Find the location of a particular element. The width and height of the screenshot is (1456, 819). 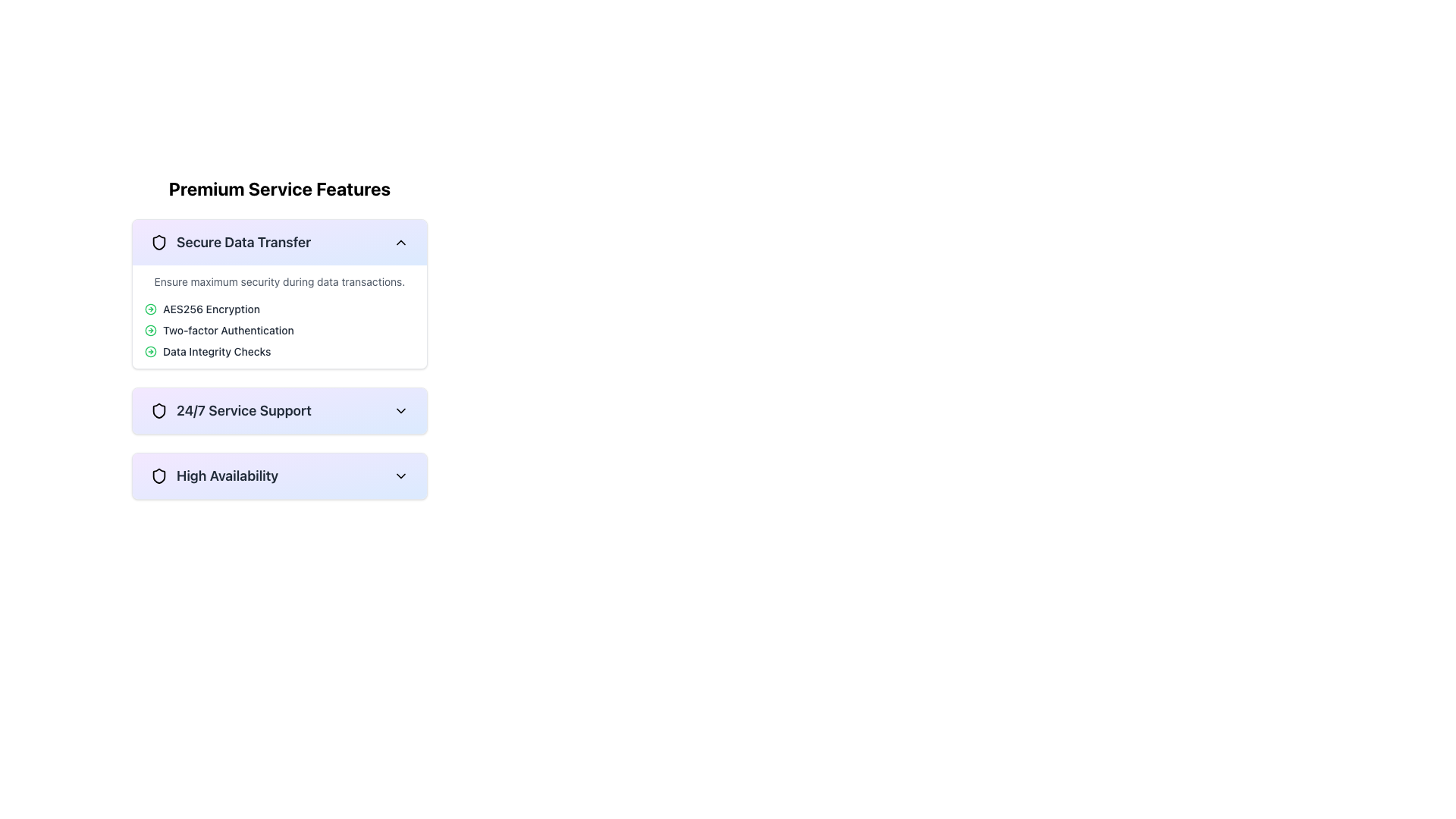

text of the descriptive header with a shield-like icon that states 'Secure Data Transfer', located in the first section of the 'Premium Service Features' list is located at coordinates (230, 242).